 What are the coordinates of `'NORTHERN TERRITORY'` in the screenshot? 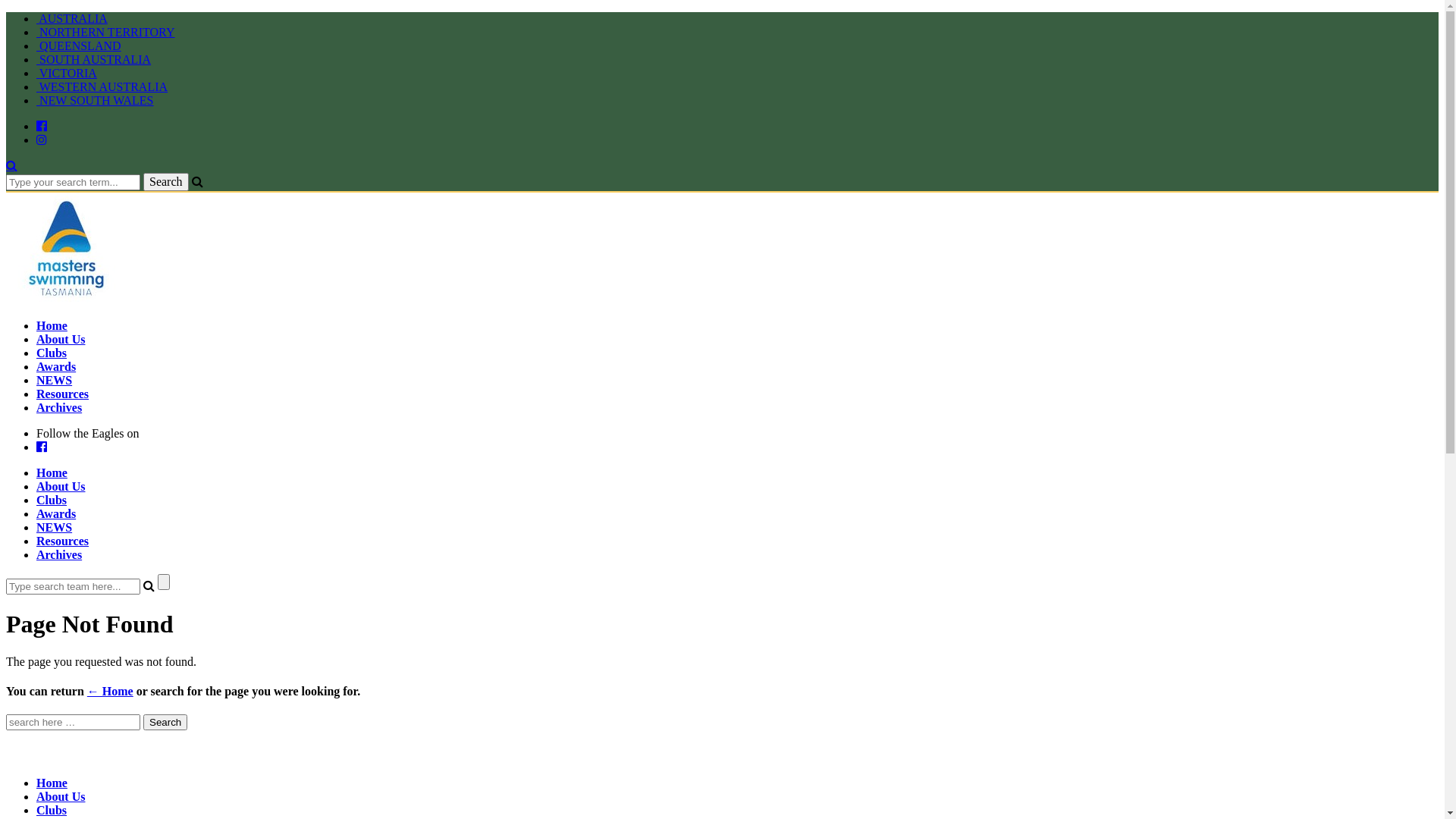 It's located at (105, 32).